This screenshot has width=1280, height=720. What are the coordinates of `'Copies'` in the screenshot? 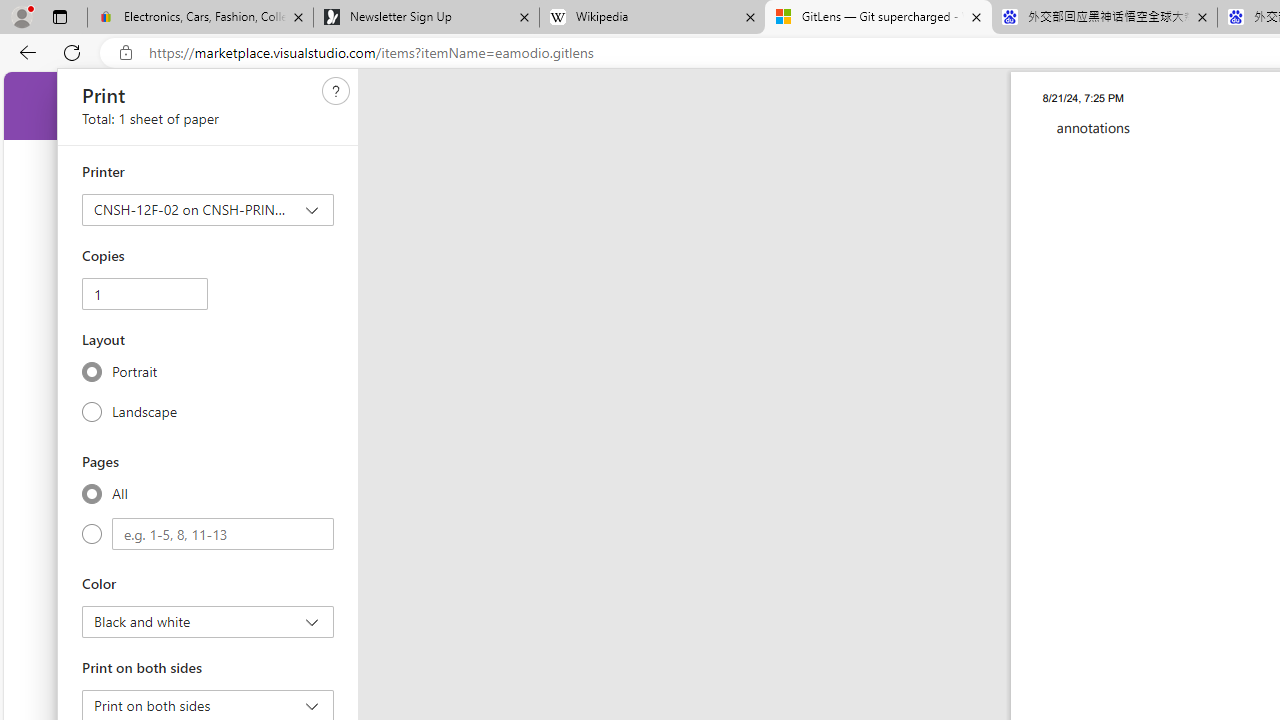 It's located at (143, 294).